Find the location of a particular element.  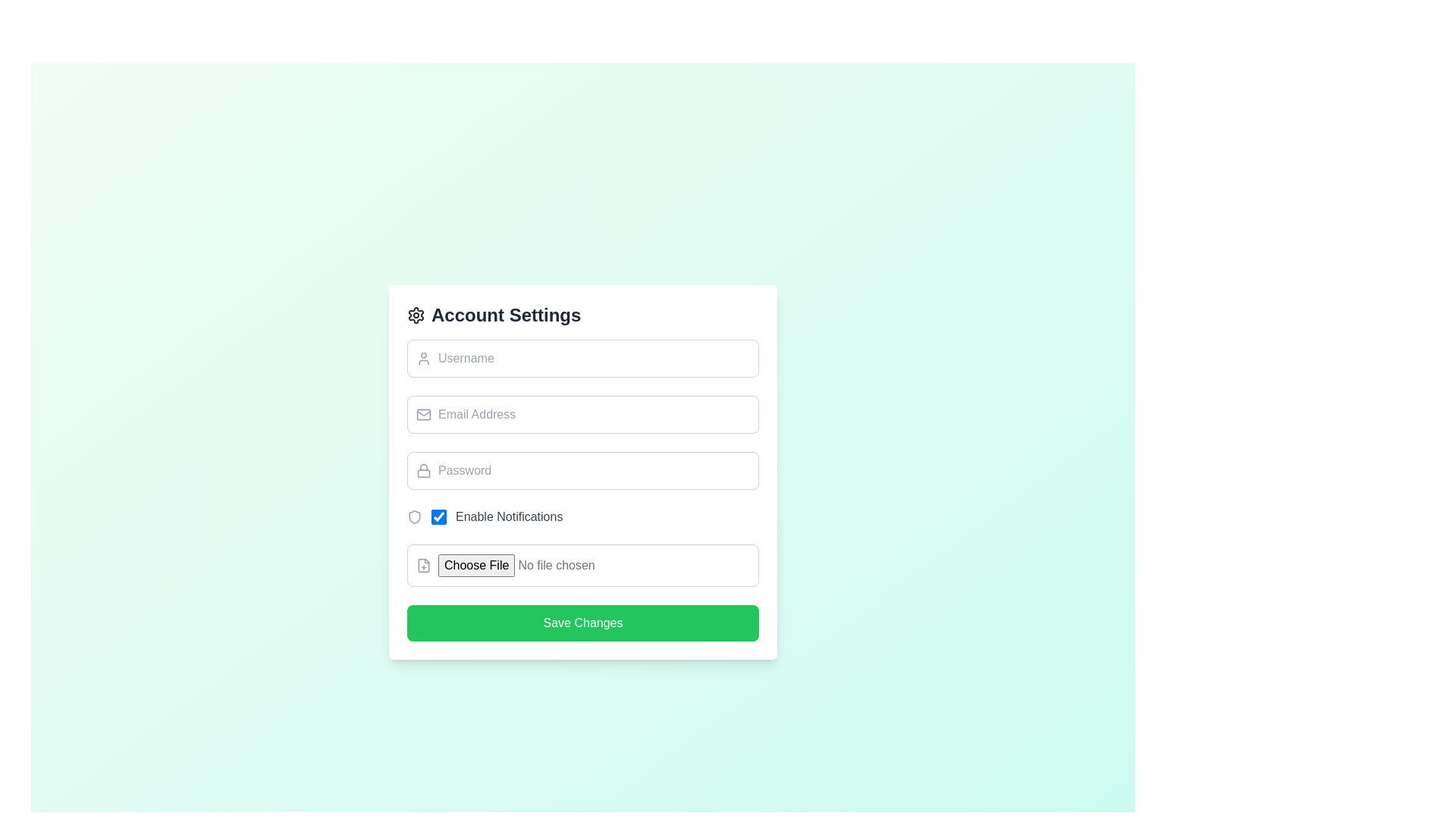

the decorative icon located at the far left of the 'Username' text input field, which helps users identify the purpose of the input field is located at coordinates (423, 359).